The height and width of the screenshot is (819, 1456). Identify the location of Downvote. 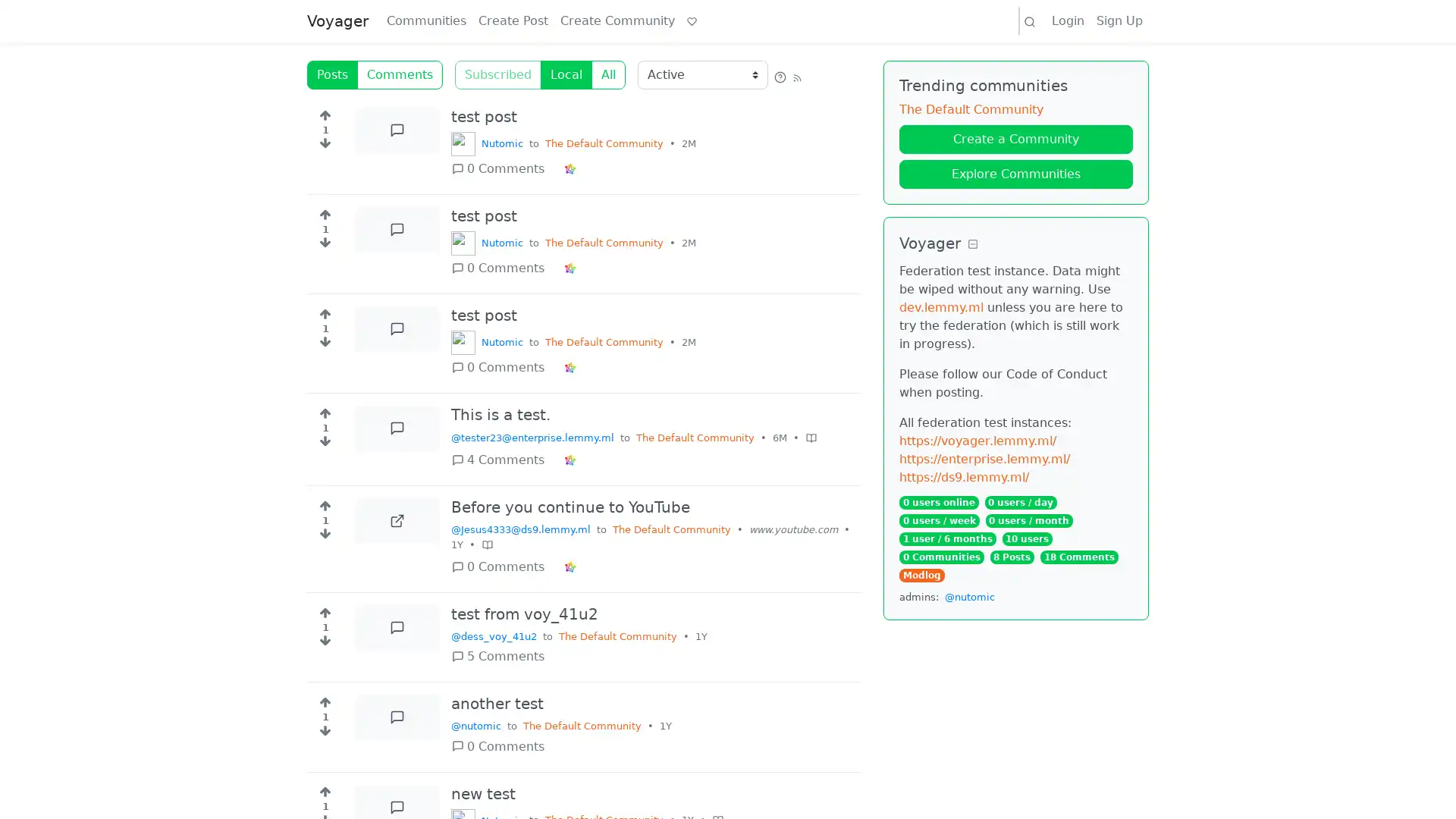
(324, 345).